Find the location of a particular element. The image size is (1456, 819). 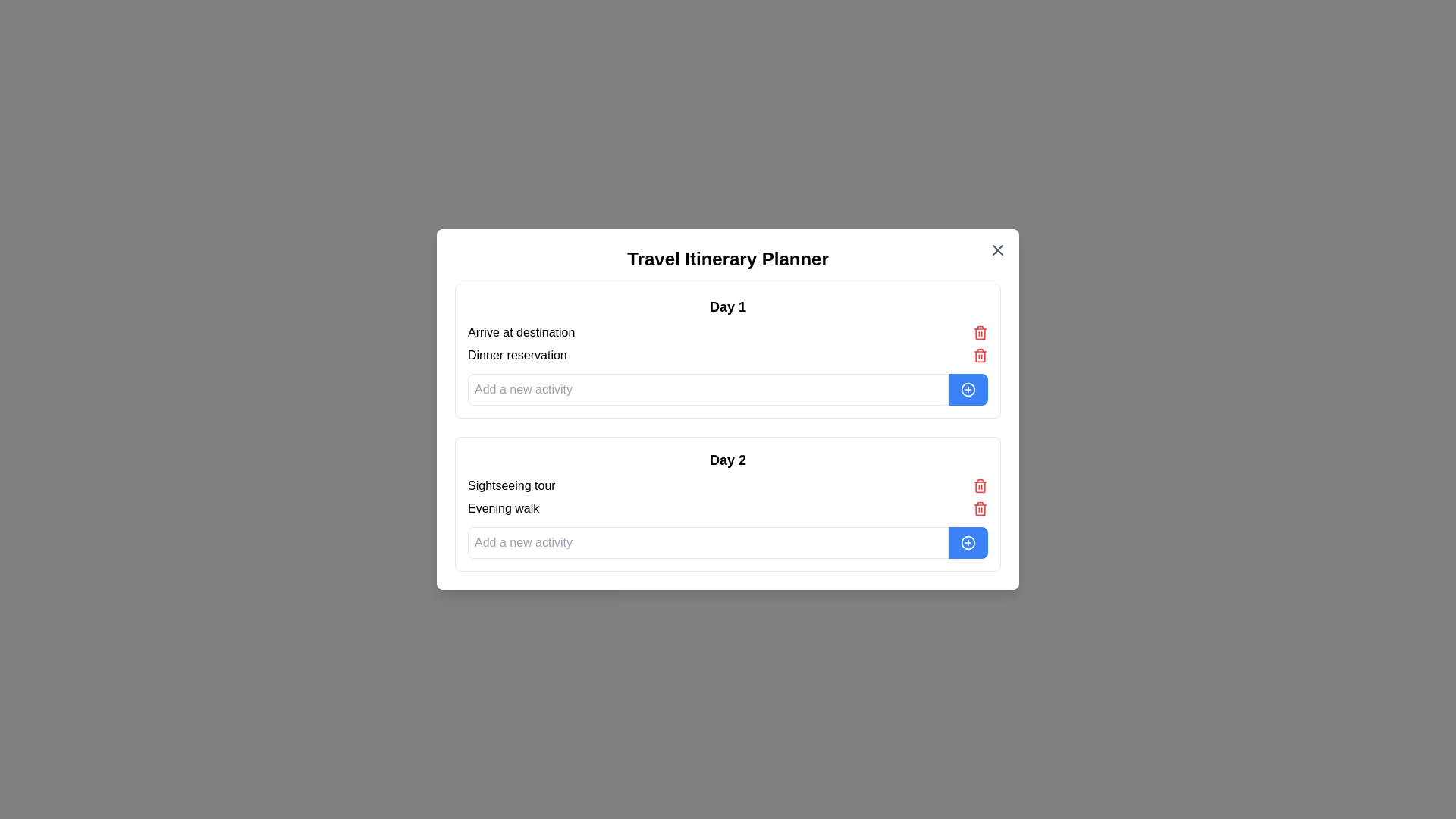

the action button to add a new activity for 'Day 2', located at the right end of the input field labeled 'Add a new activity' is located at coordinates (967, 542).